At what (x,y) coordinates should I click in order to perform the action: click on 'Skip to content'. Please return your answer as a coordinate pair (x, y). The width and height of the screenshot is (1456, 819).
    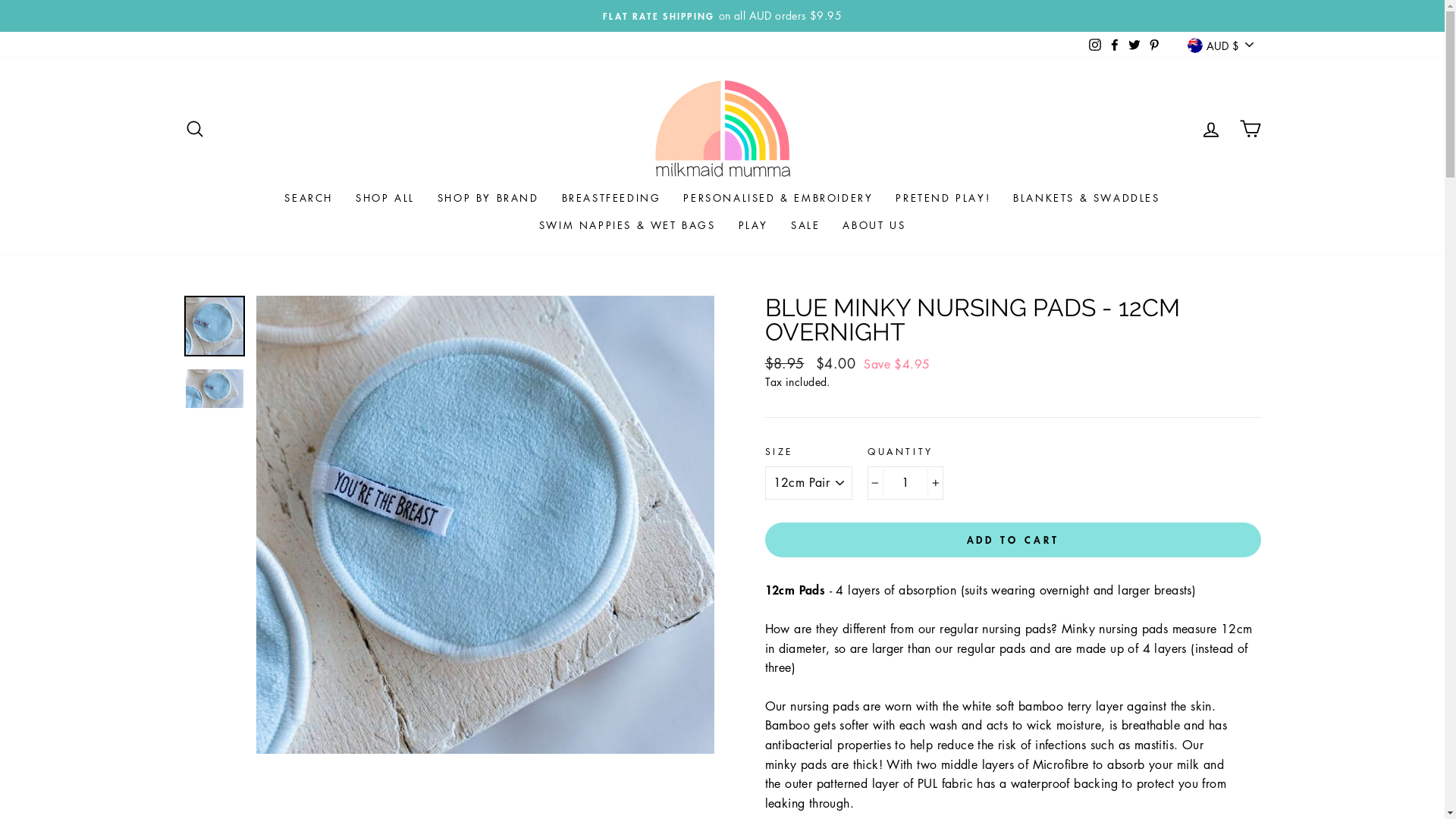
    Looking at the image, I should click on (0, 0).